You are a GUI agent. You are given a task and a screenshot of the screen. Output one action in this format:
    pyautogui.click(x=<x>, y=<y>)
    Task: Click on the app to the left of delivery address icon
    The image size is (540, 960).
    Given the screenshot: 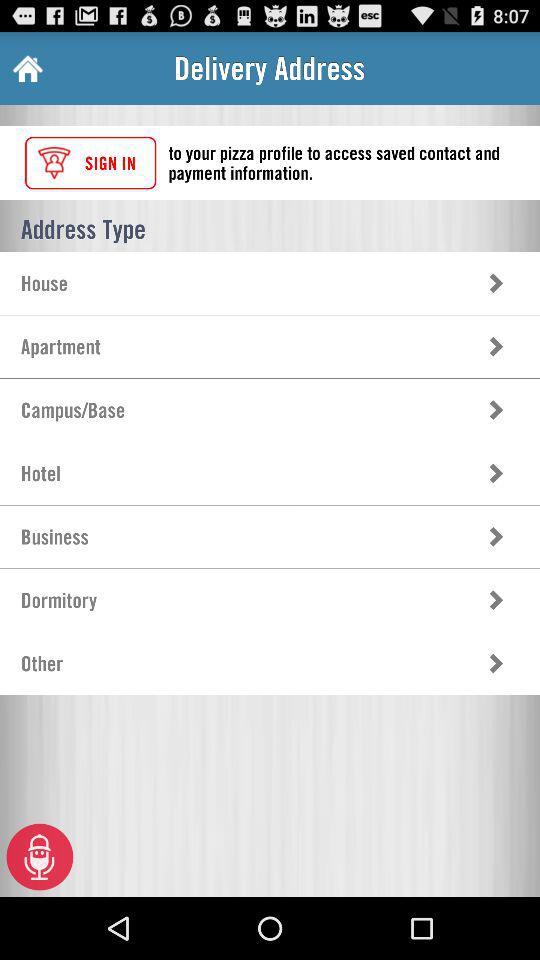 What is the action you would take?
    pyautogui.click(x=25, y=68)
    